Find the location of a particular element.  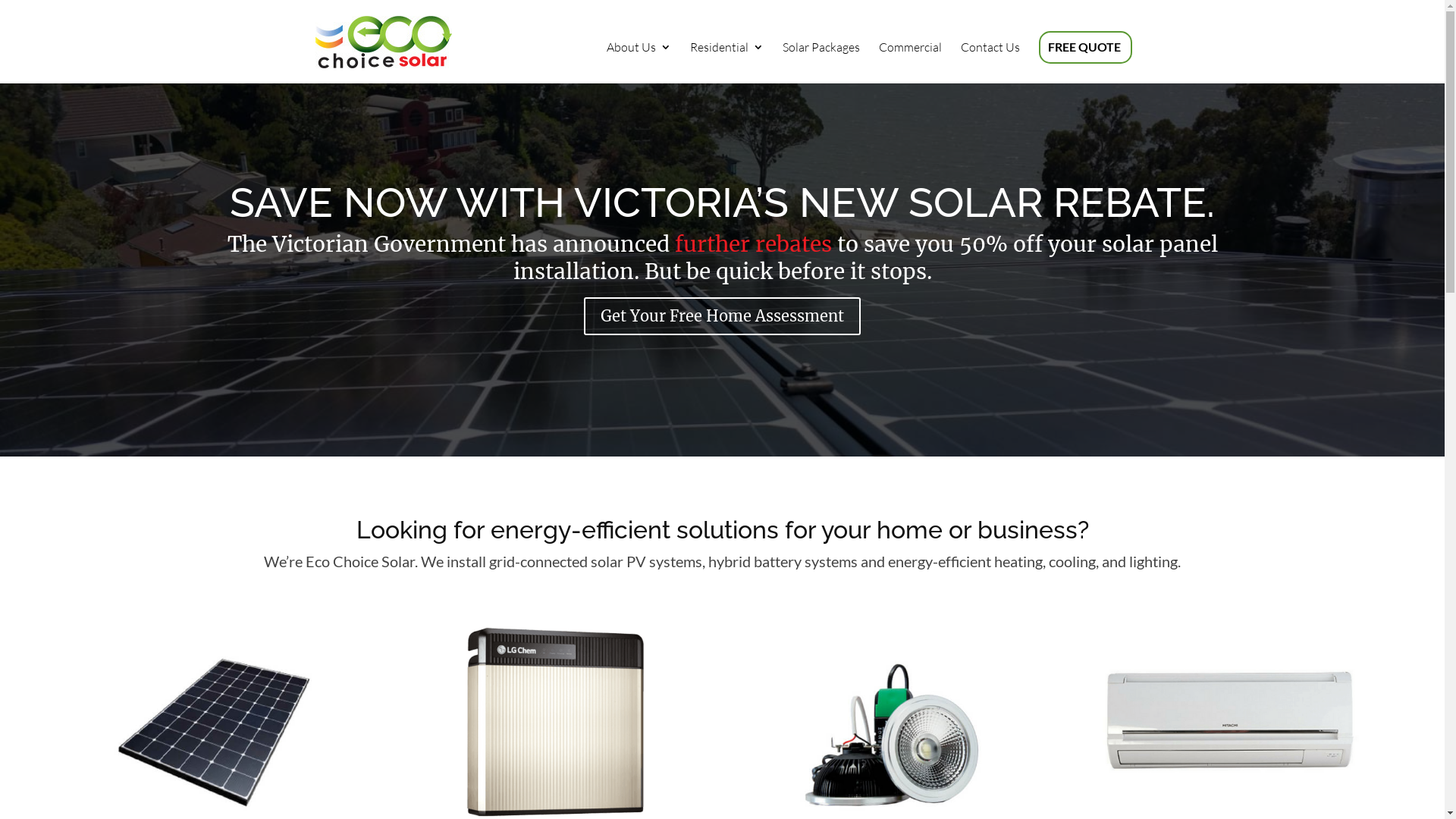

'Contact Us' is located at coordinates (959, 61).